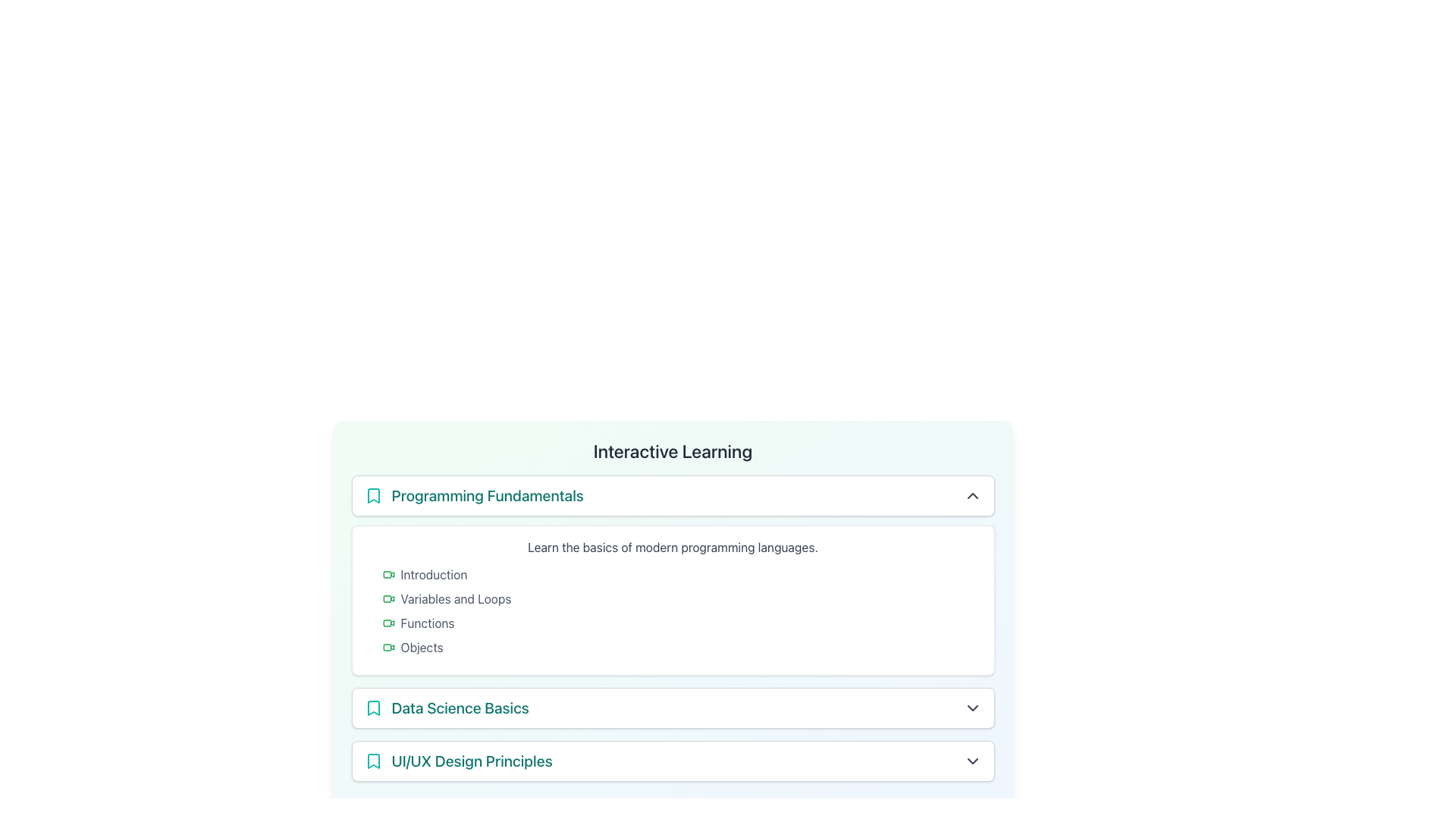  I want to click on the text label that reads 'Learn the basics of modern programming languages.' located within the white rounded rectangle card in the 'Programming Fundamentals' section, so click(672, 547).